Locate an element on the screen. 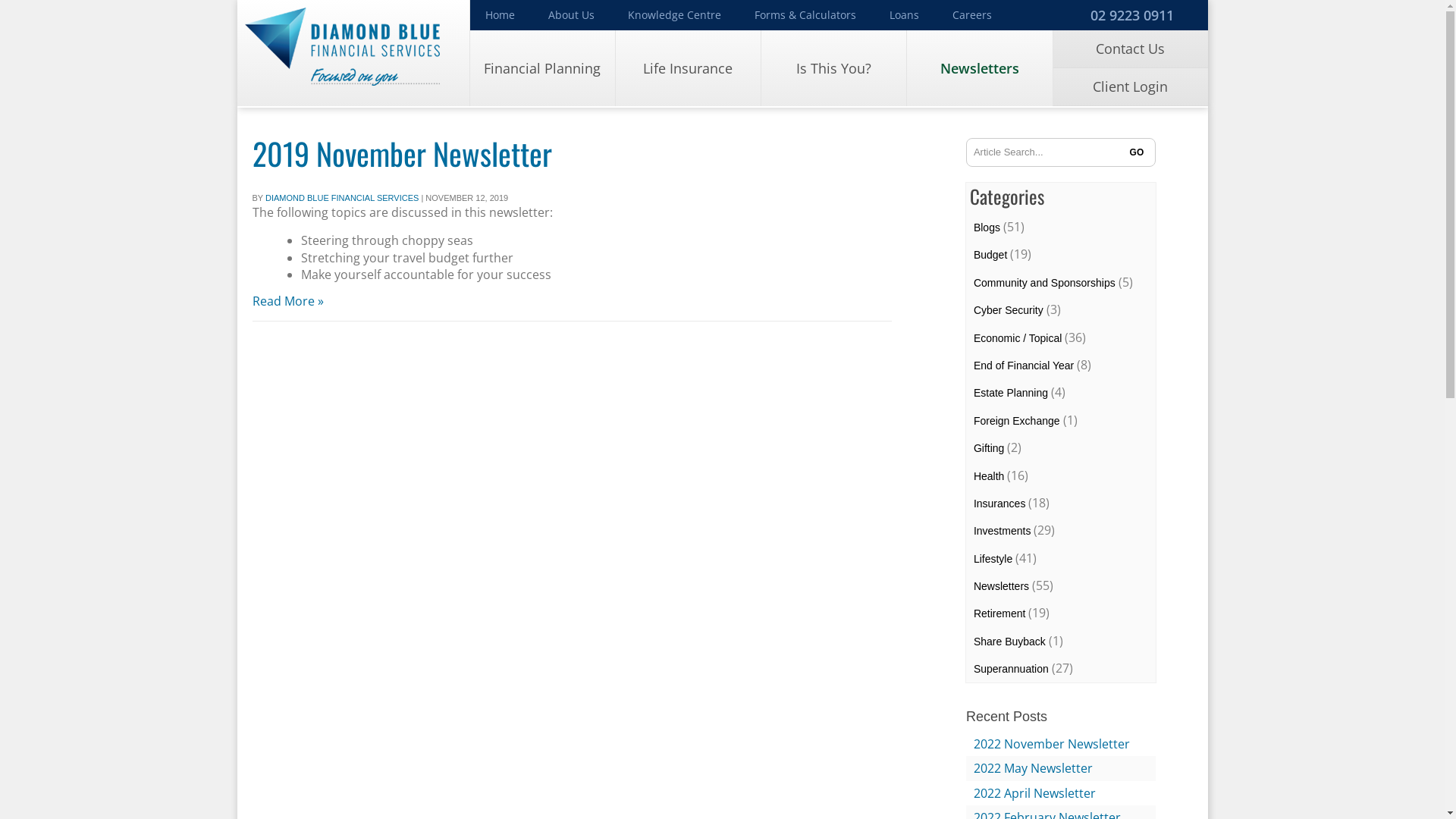 The height and width of the screenshot is (819, 1456). 'Share Buyback' is located at coordinates (1009, 641).